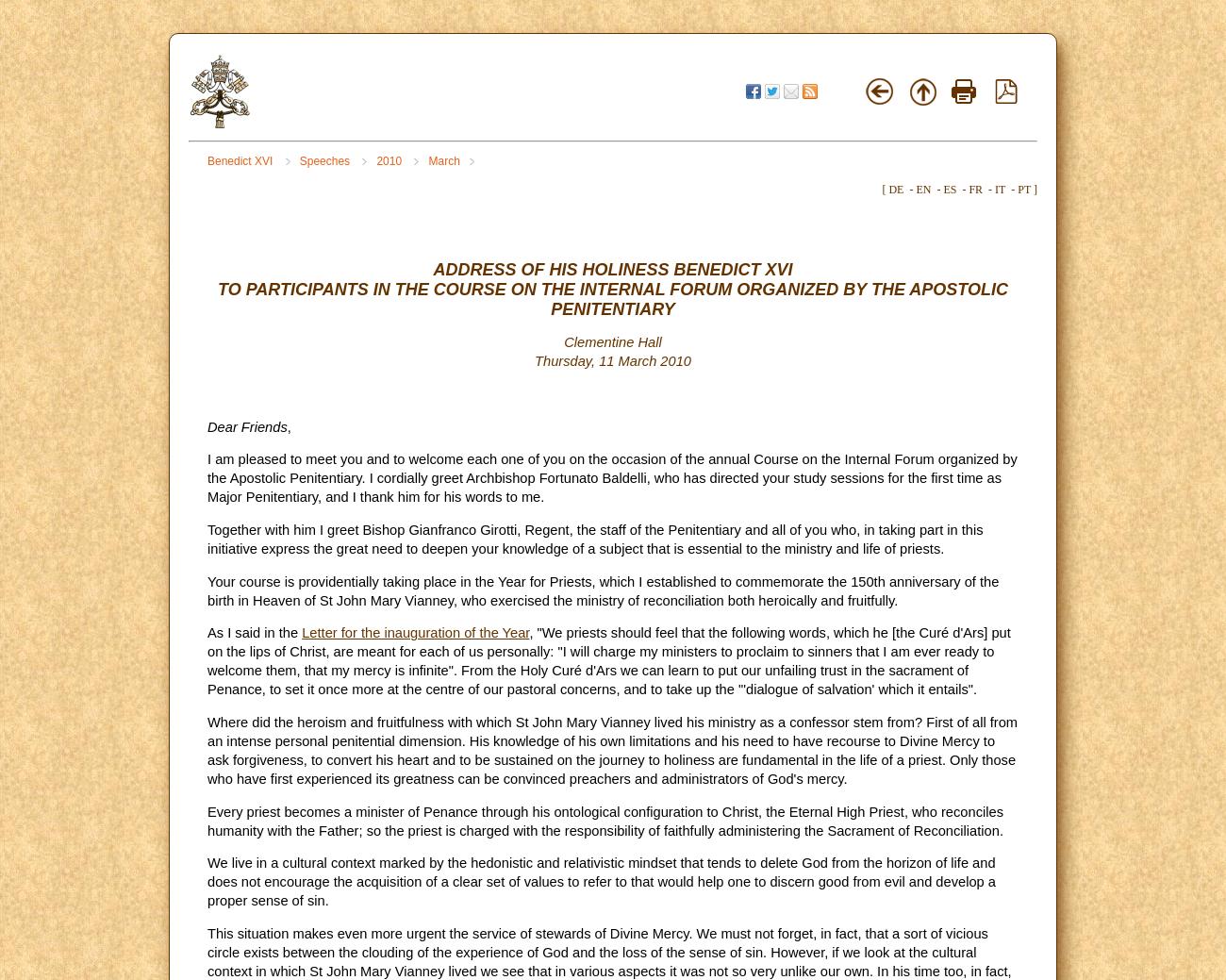 The width and height of the screenshot is (1226, 980). Describe the element at coordinates (599, 359) in the screenshot. I see `'11 March 2010'` at that location.